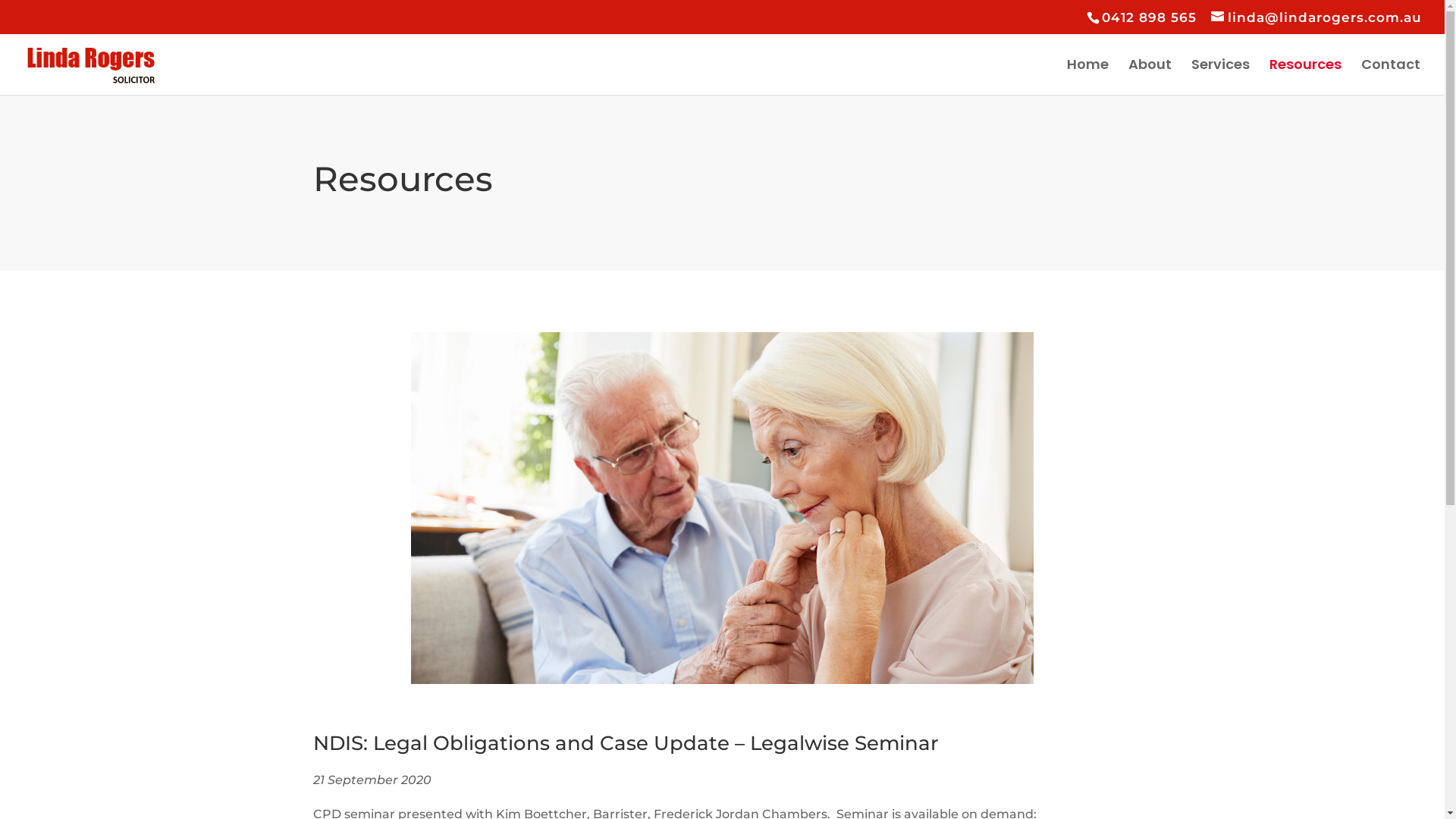 This screenshot has height=819, width=1456. What do you see at coordinates (1220, 77) in the screenshot?
I see `'Services'` at bounding box center [1220, 77].